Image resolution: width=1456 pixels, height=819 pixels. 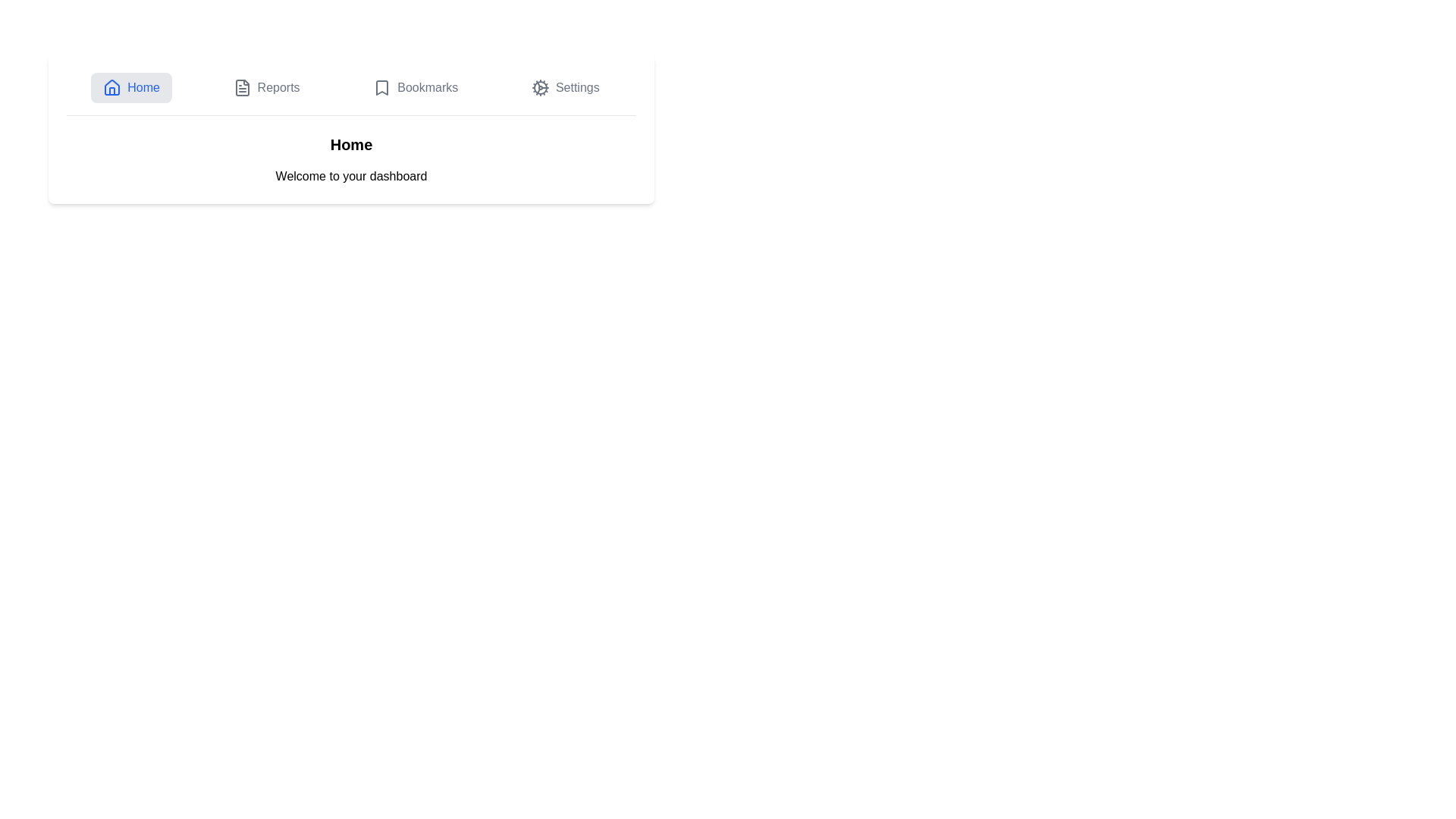 What do you see at coordinates (241, 87) in the screenshot?
I see `the 'Reports' SVG Icon located to the left of the 'Reports' text in the navigation bar, which is the second element from the left` at bounding box center [241, 87].